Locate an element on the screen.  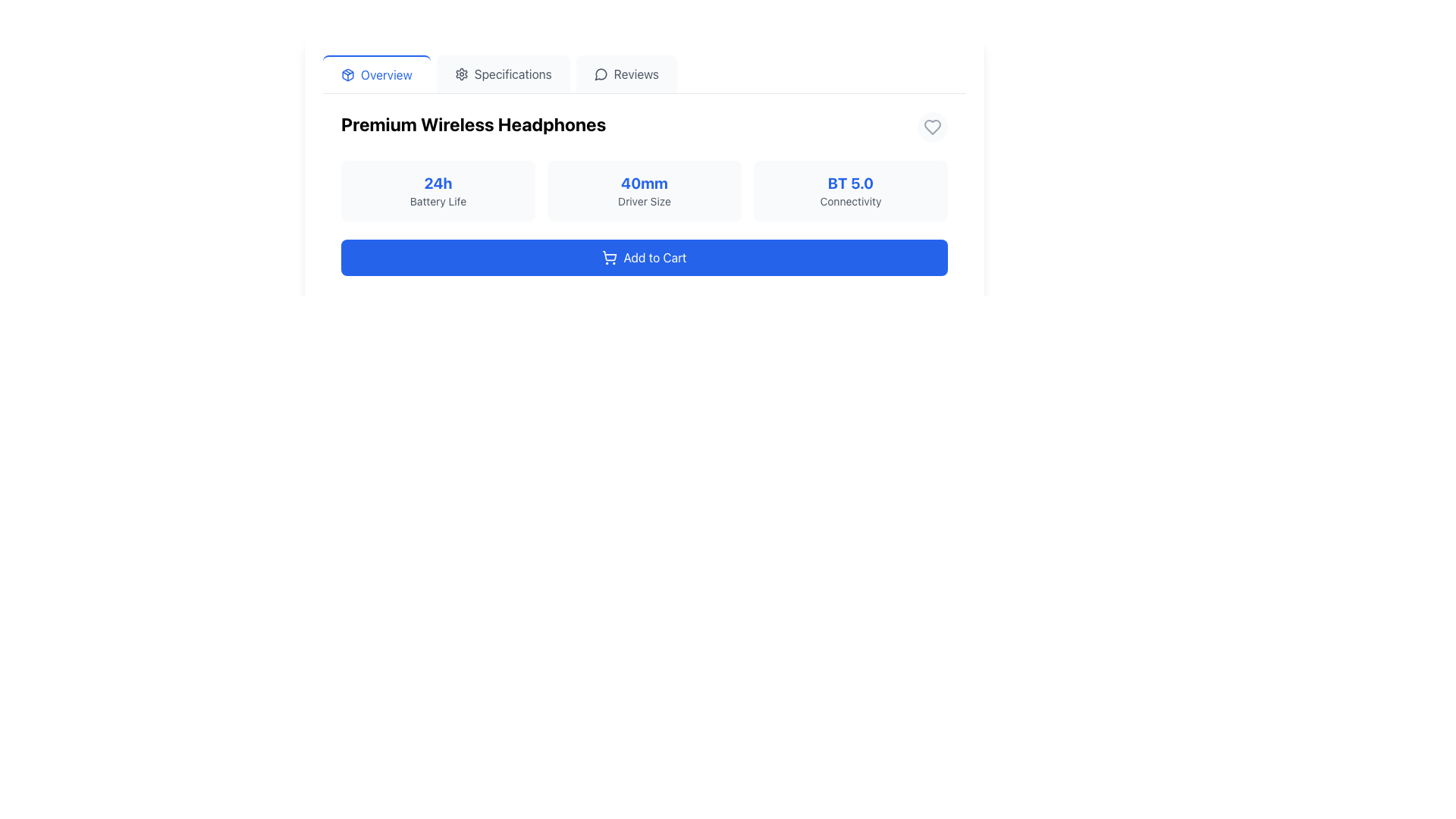
the static text label displaying 'Connectivity', which is styled in a small gray font and located below the 'BT 5.0' text within a light gray background box is located at coordinates (851, 201).